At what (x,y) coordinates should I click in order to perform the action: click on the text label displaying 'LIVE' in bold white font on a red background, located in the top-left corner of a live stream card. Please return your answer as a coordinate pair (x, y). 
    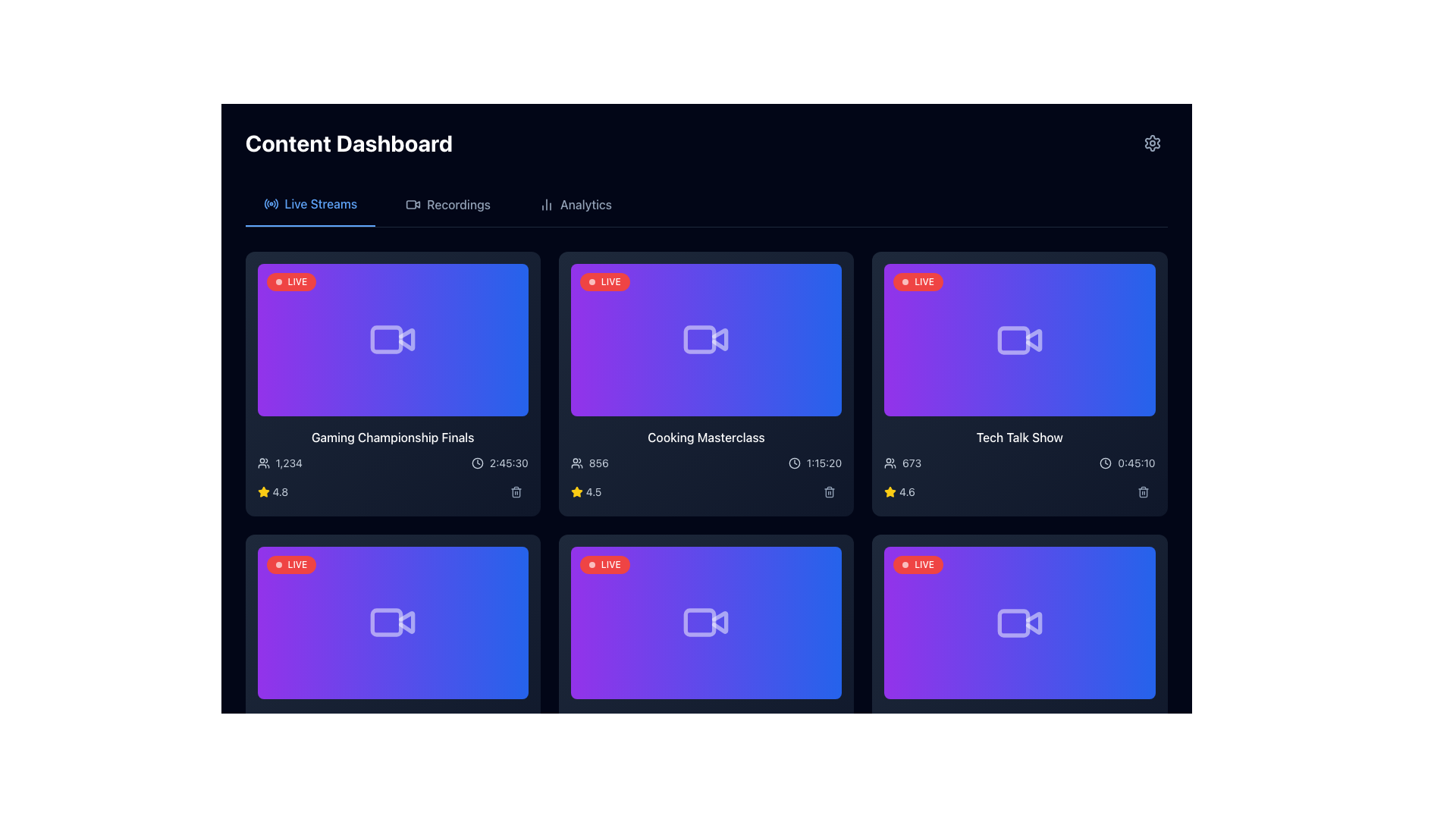
    Looking at the image, I should click on (297, 281).